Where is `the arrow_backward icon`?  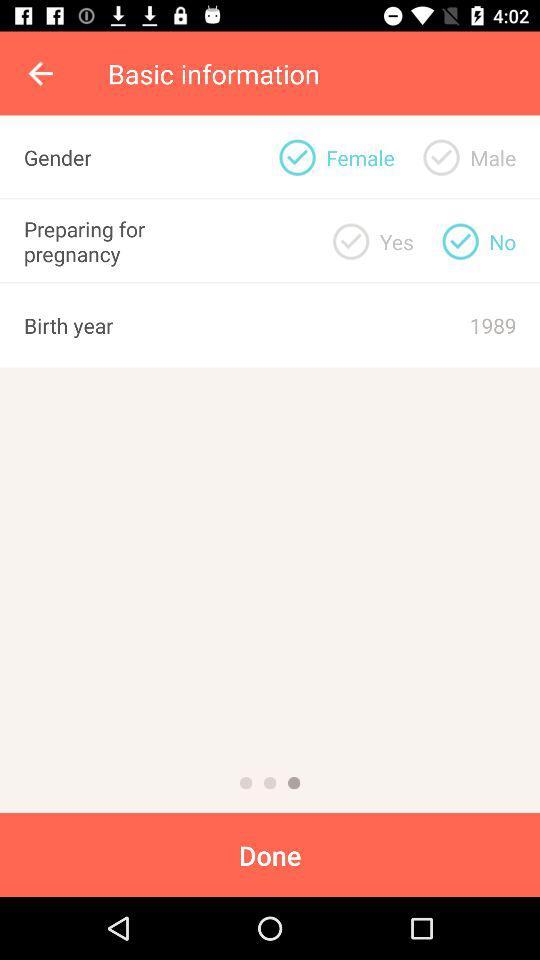 the arrow_backward icon is located at coordinates (42, 73).